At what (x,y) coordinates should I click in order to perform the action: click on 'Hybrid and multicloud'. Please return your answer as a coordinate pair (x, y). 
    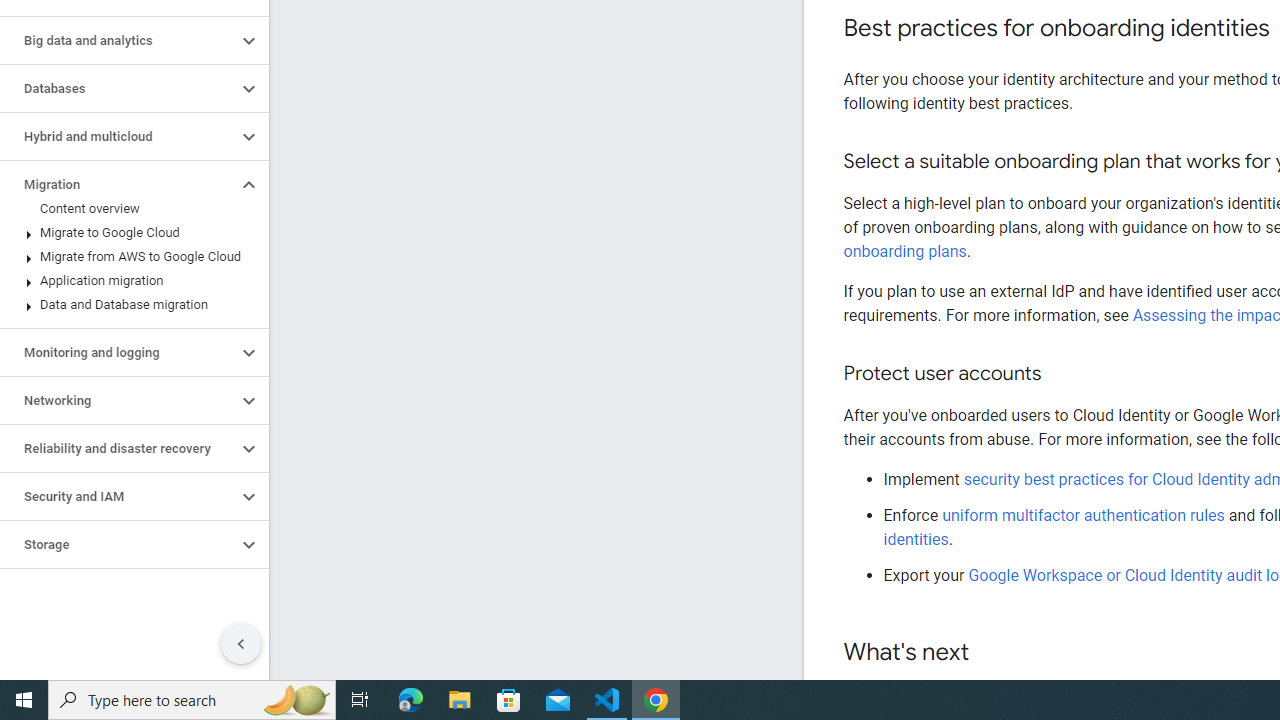
    Looking at the image, I should click on (117, 136).